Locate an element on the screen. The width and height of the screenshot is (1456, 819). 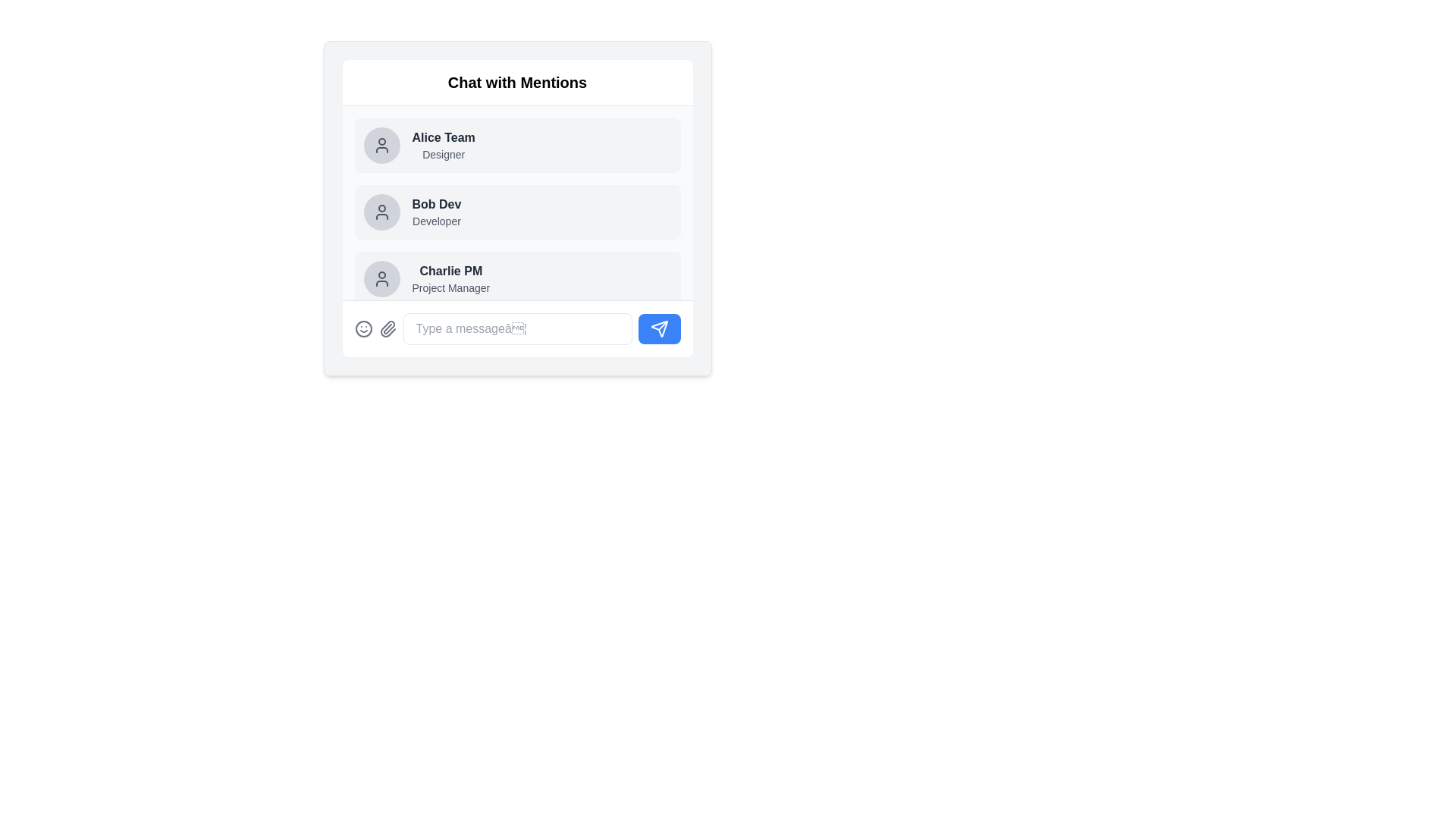
the user avatar placeholder located to the left of the name and role text 'Alice Team' and 'Designer' in the first user card of the chat interface is located at coordinates (381, 146).